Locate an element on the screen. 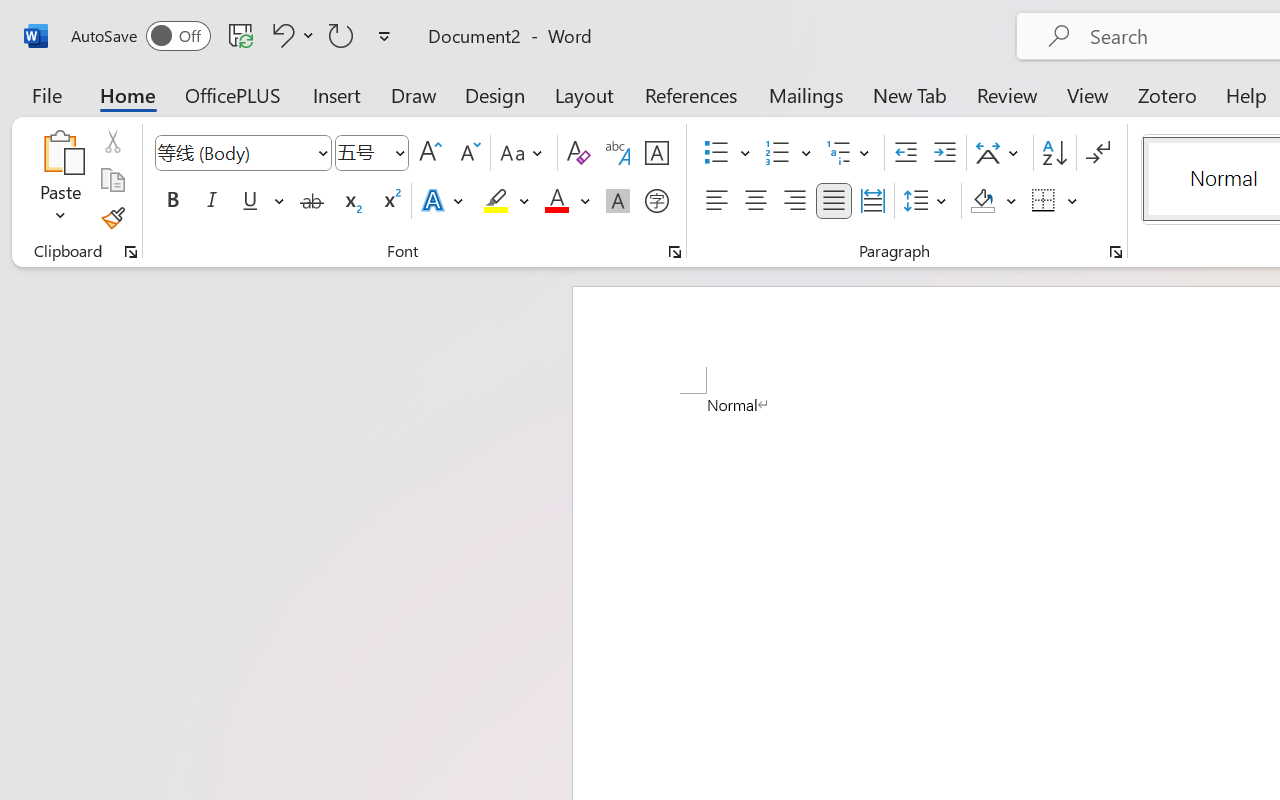 Image resolution: width=1280 pixels, height=800 pixels. 'Undo Apply Quick Style' is located at coordinates (279, 34).